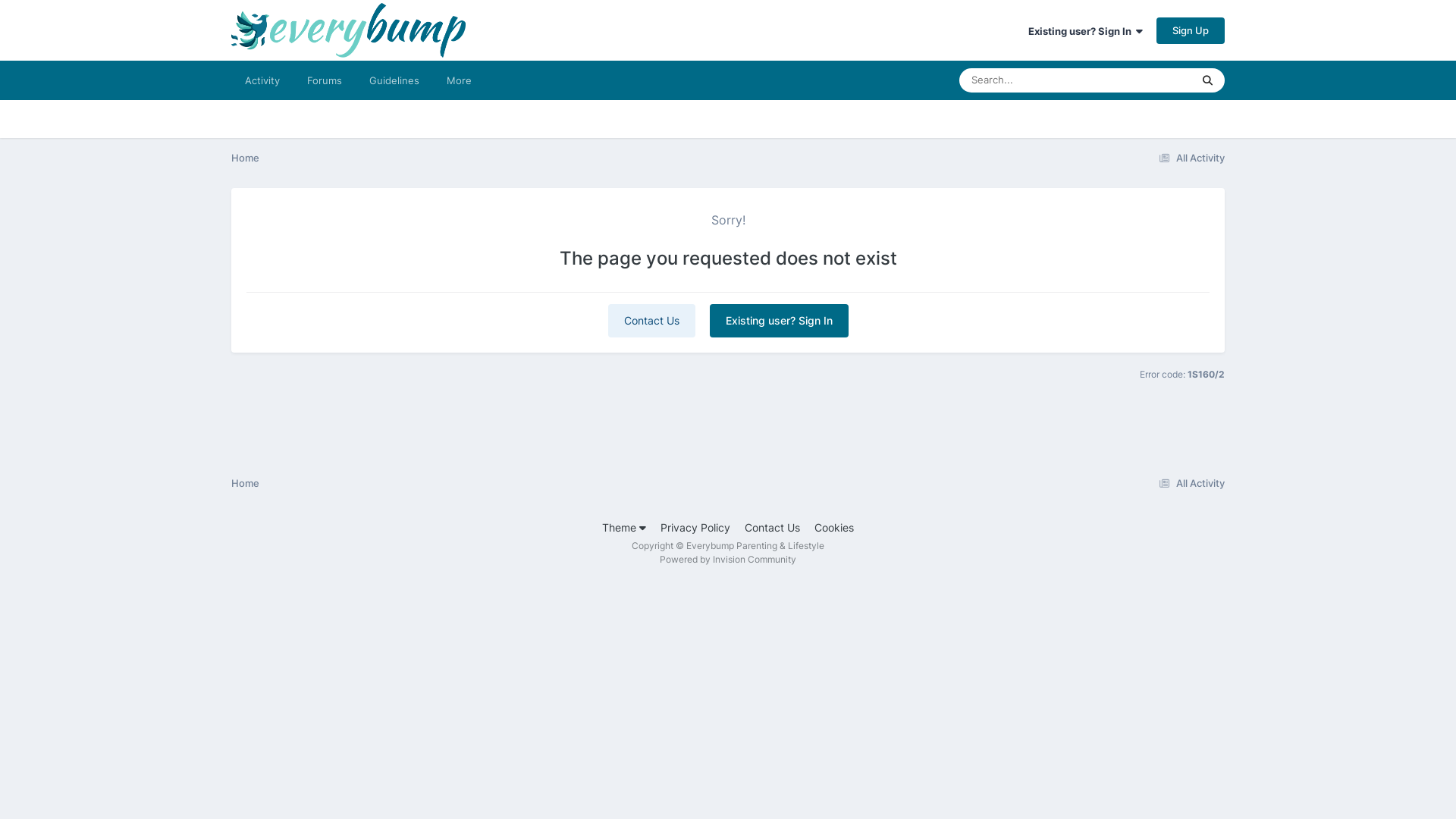  What do you see at coordinates (623, 526) in the screenshot?
I see `'Theme'` at bounding box center [623, 526].